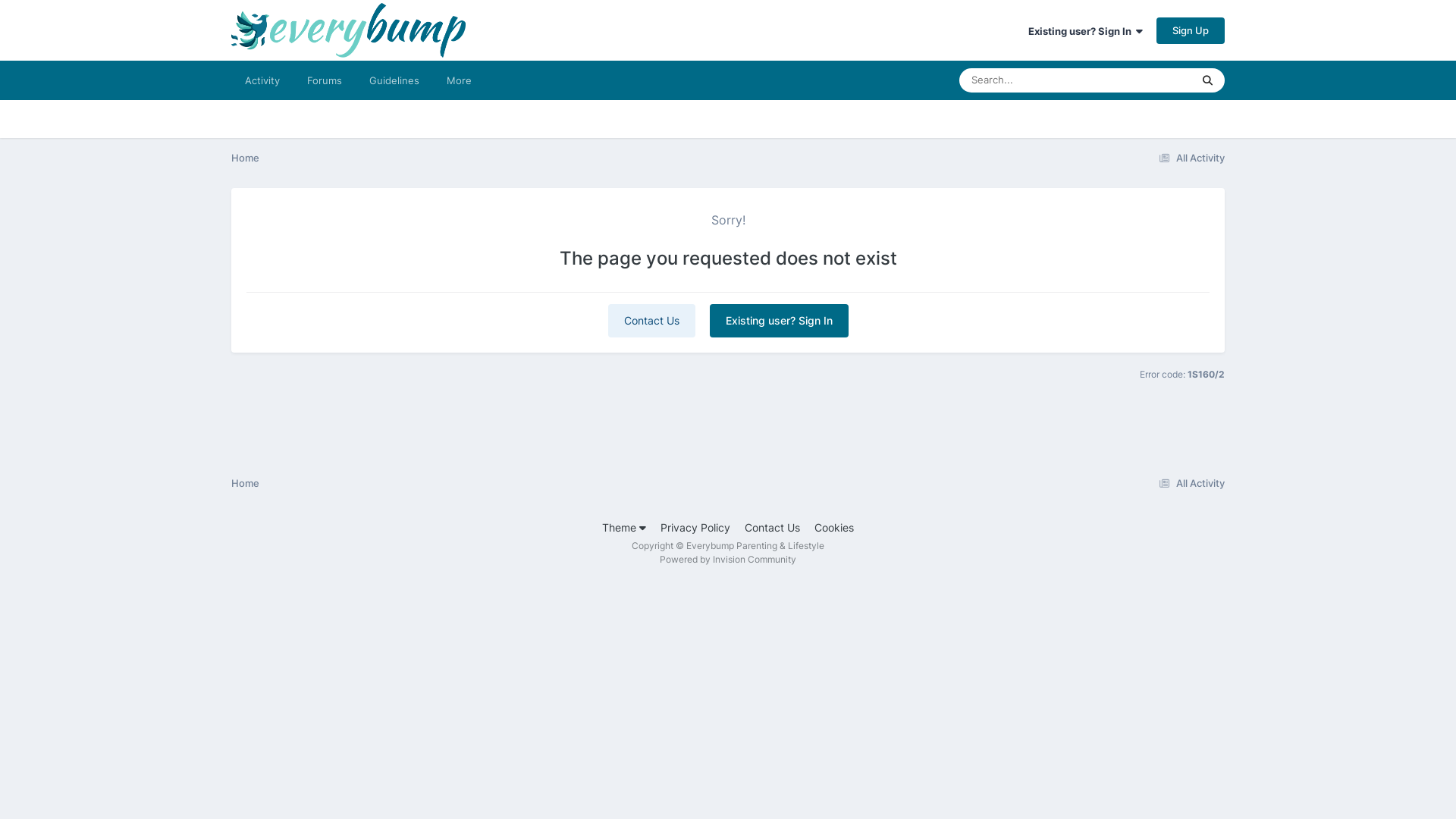  What do you see at coordinates (623, 526) in the screenshot?
I see `'Theme'` at bounding box center [623, 526].